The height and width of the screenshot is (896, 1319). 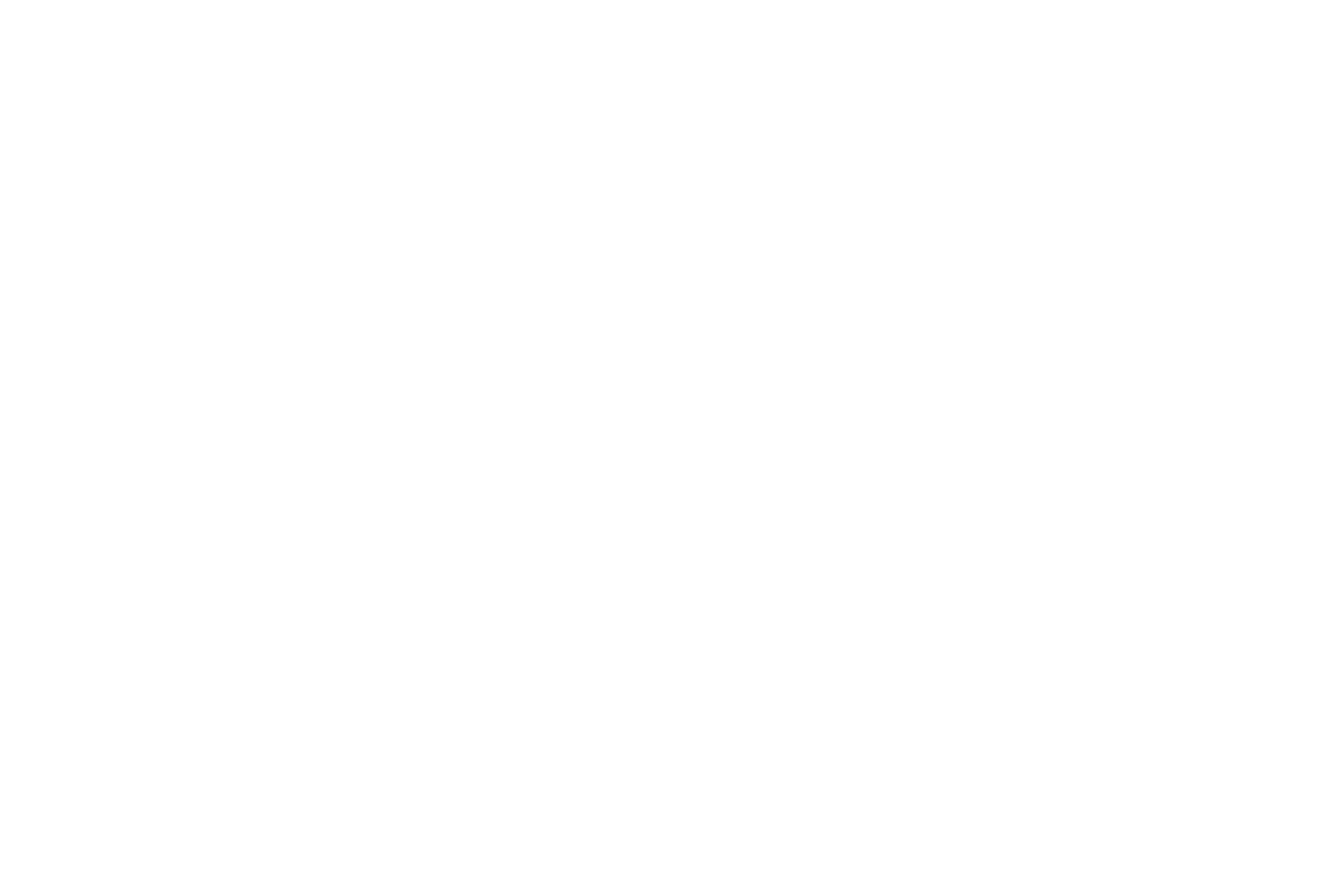 I want to click on 'Most Read', so click(x=894, y=208).